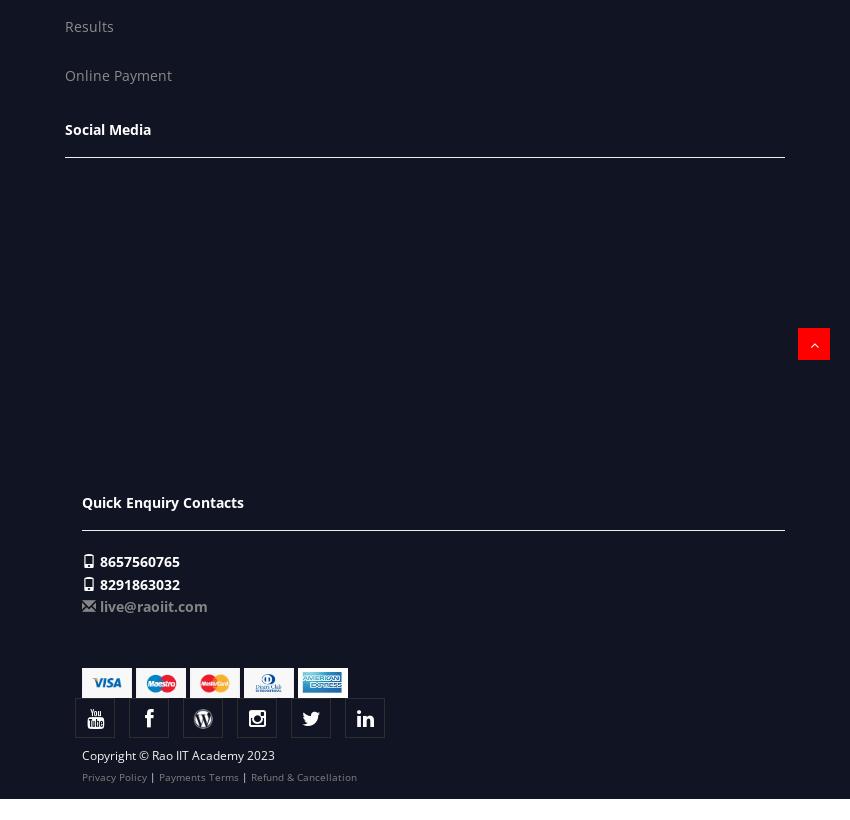 This screenshot has width=850, height=820. I want to click on 'Privacy Policy', so click(82, 777).